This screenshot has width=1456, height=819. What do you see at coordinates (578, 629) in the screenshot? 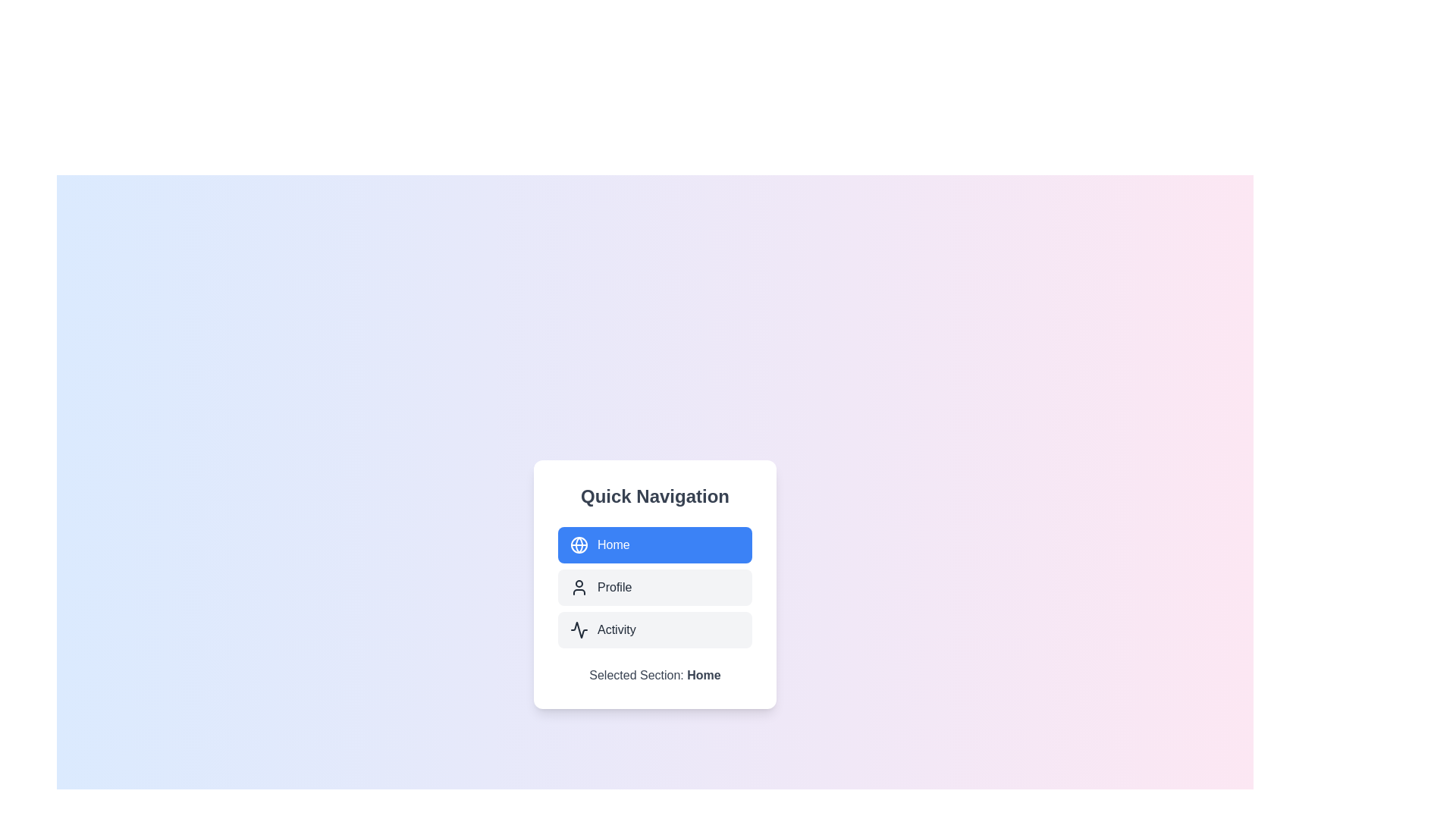
I see `the 'Activity' icon in the 'Quick Navigation' section` at bounding box center [578, 629].